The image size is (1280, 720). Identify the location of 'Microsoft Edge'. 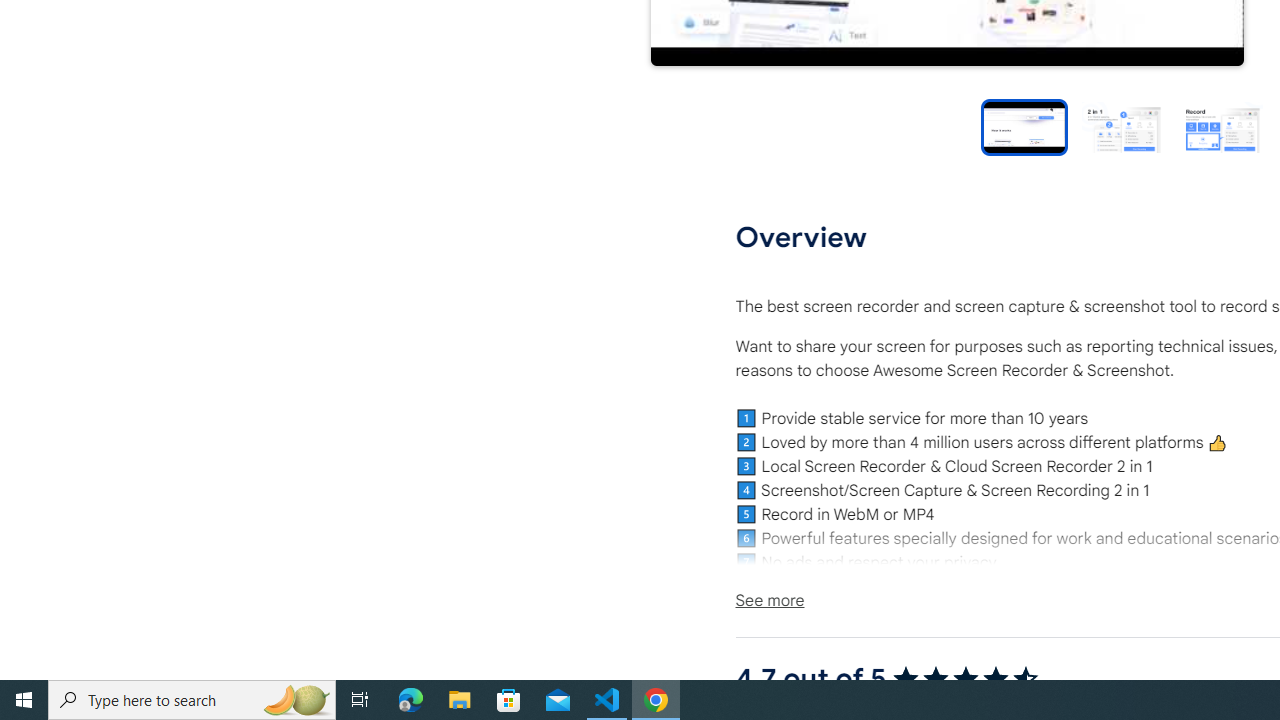
(410, 698).